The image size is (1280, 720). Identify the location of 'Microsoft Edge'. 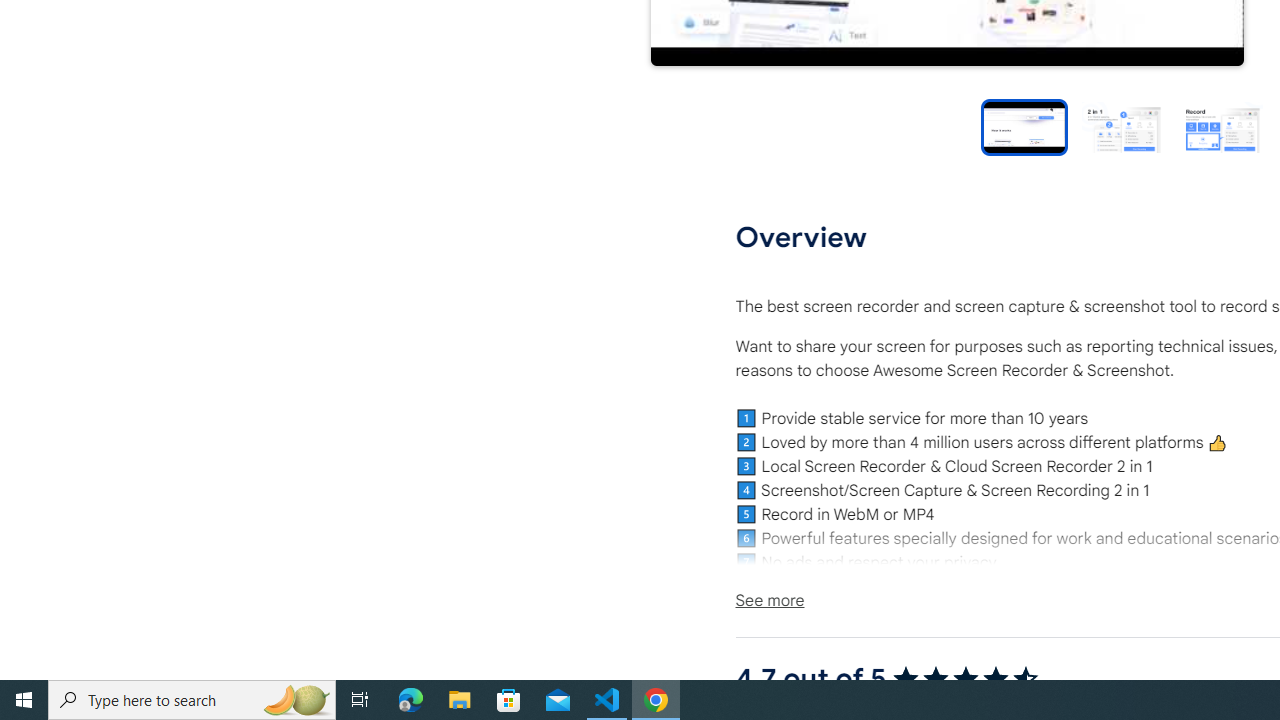
(410, 698).